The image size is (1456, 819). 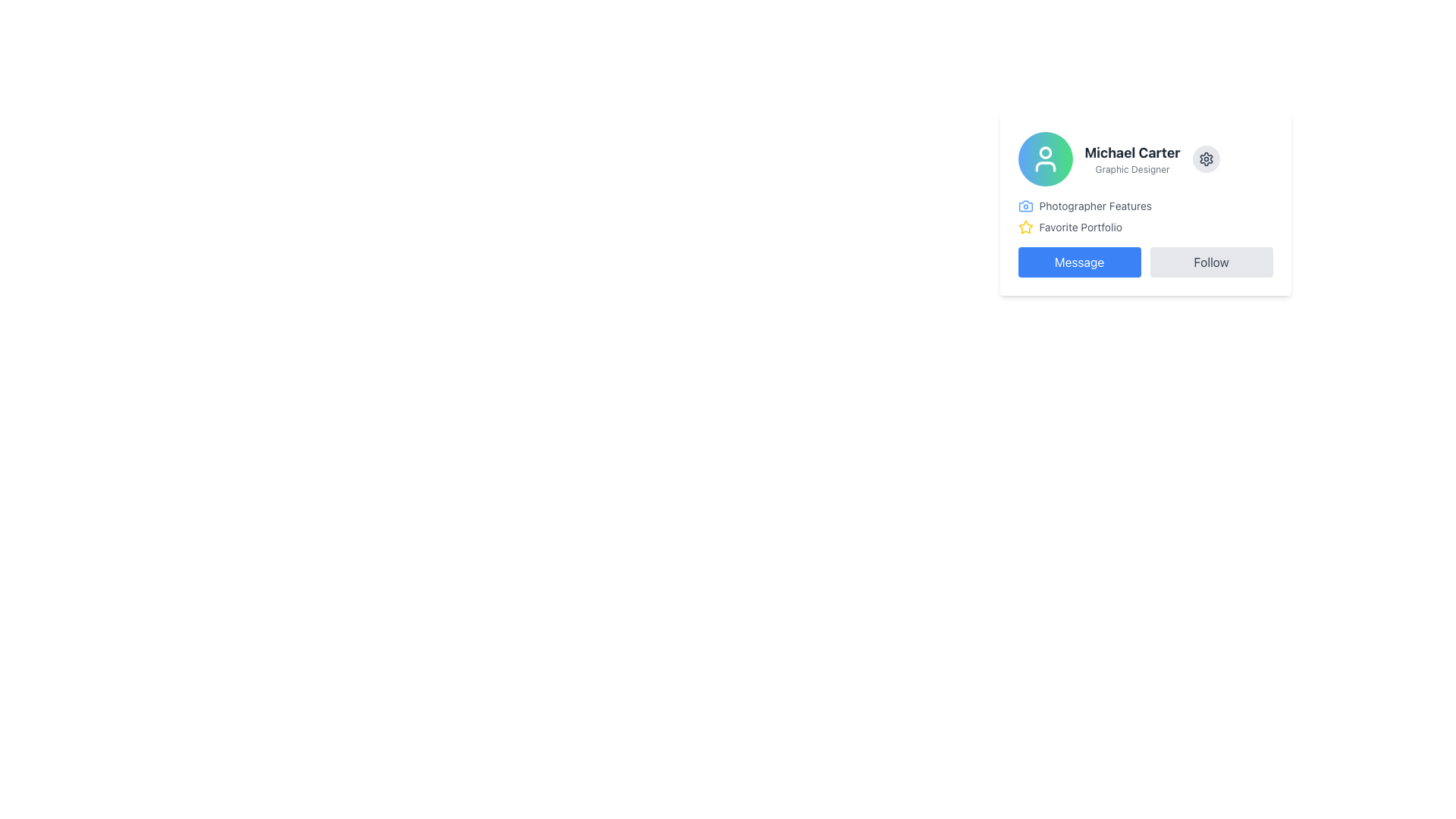 What do you see at coordinates (1145, 206) in the screenshot?
I see `contents of the label with a blue camera icon that says 'Photographer Features', located within the user profile box above 'Favorite Portfolio'` at bounding box center [1145, 206].